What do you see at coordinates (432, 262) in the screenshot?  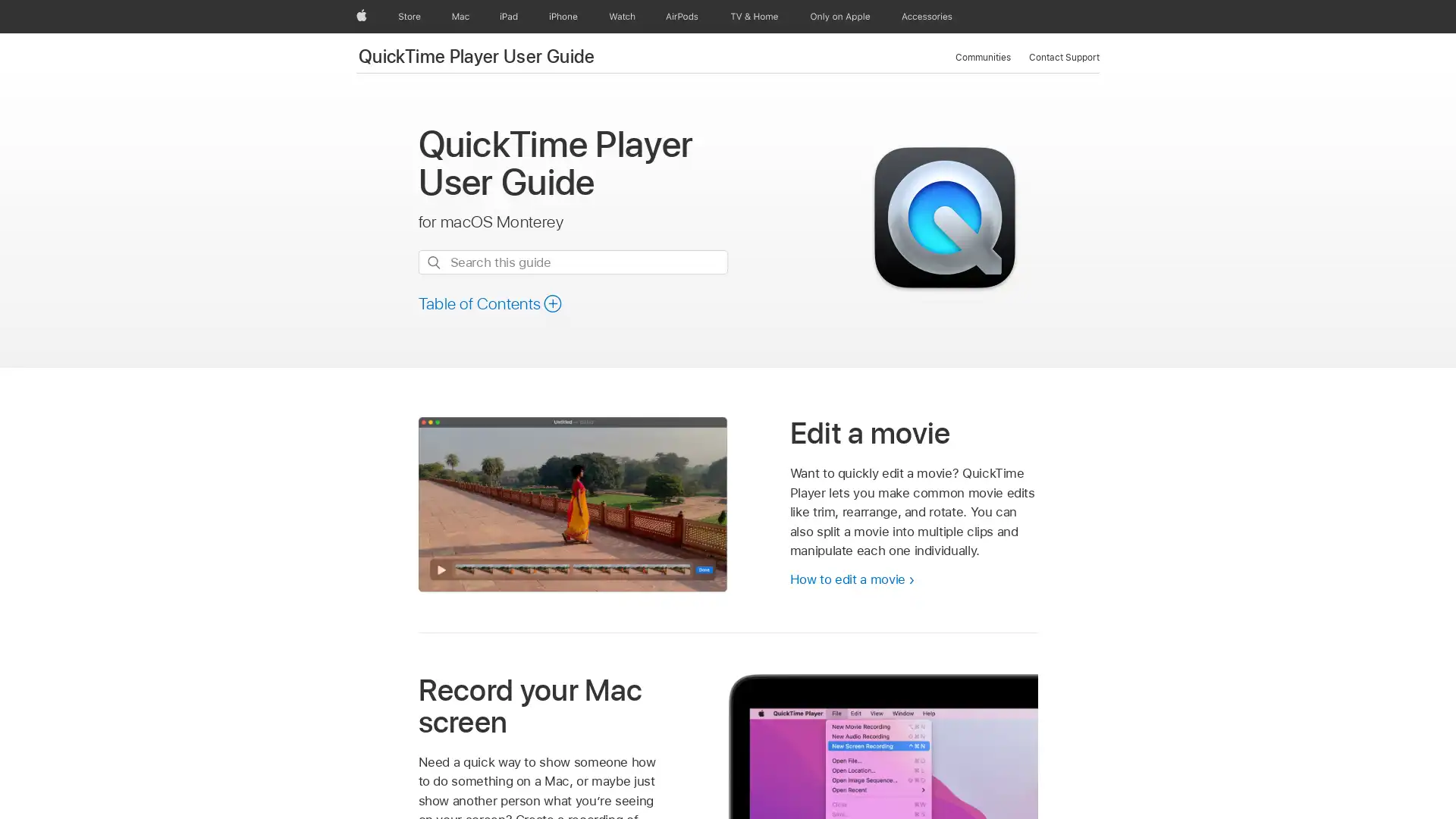 I see `Submit Search` at bounding box center [432, 262].